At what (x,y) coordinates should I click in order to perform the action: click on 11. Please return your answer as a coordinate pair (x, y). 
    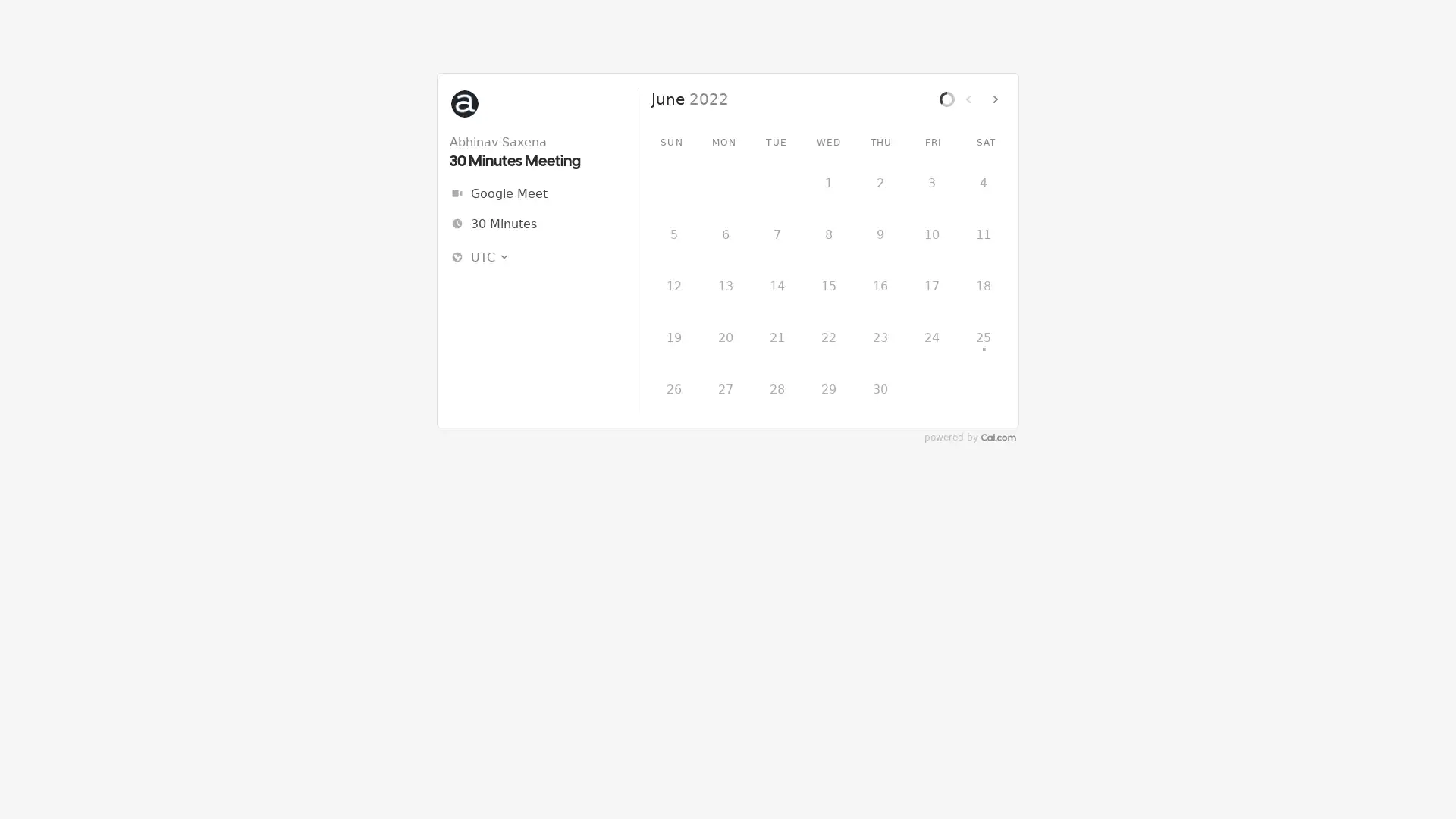
    Looking at the image, I should click on (983, 234).